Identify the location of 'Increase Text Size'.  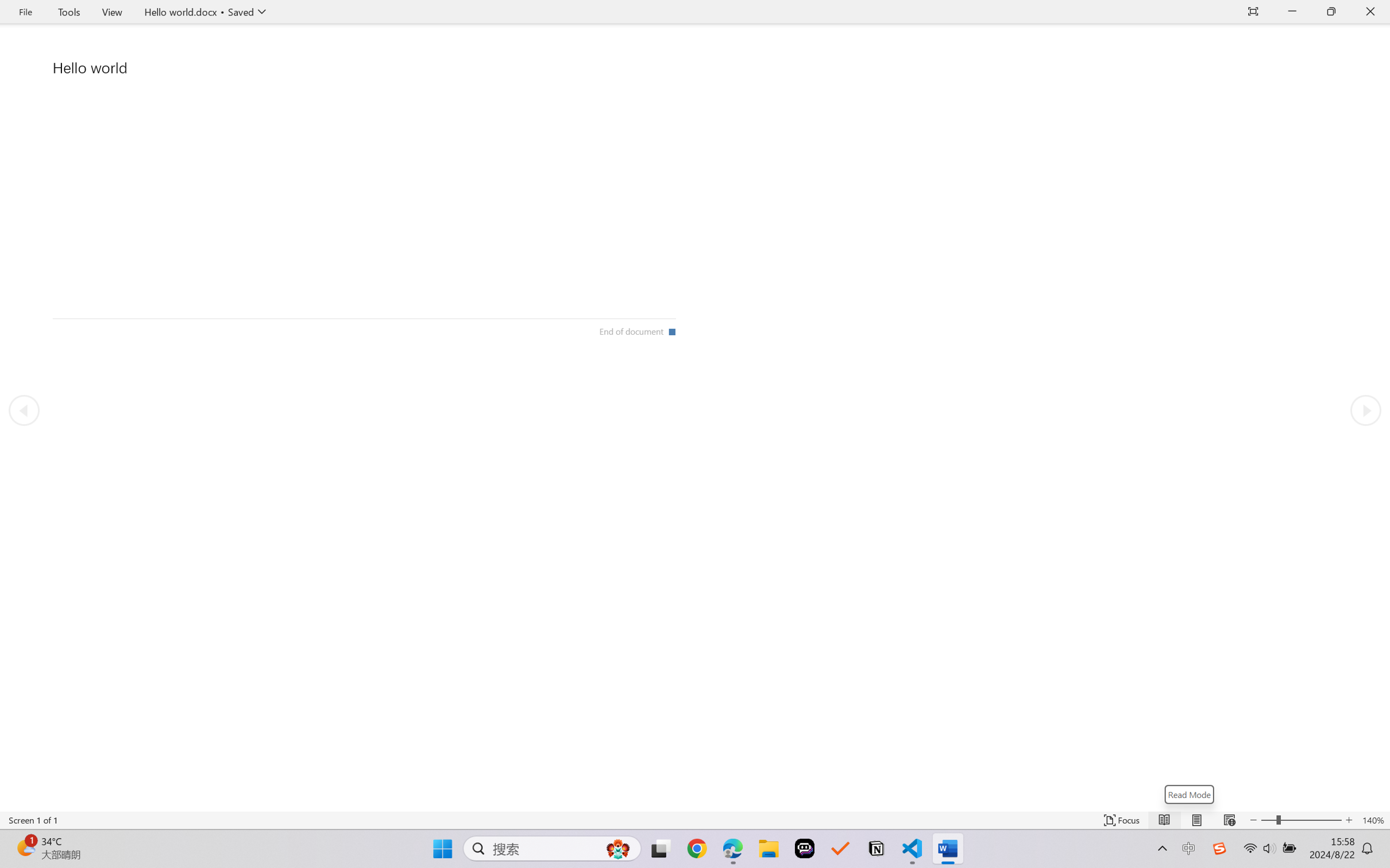
(1349, 820).